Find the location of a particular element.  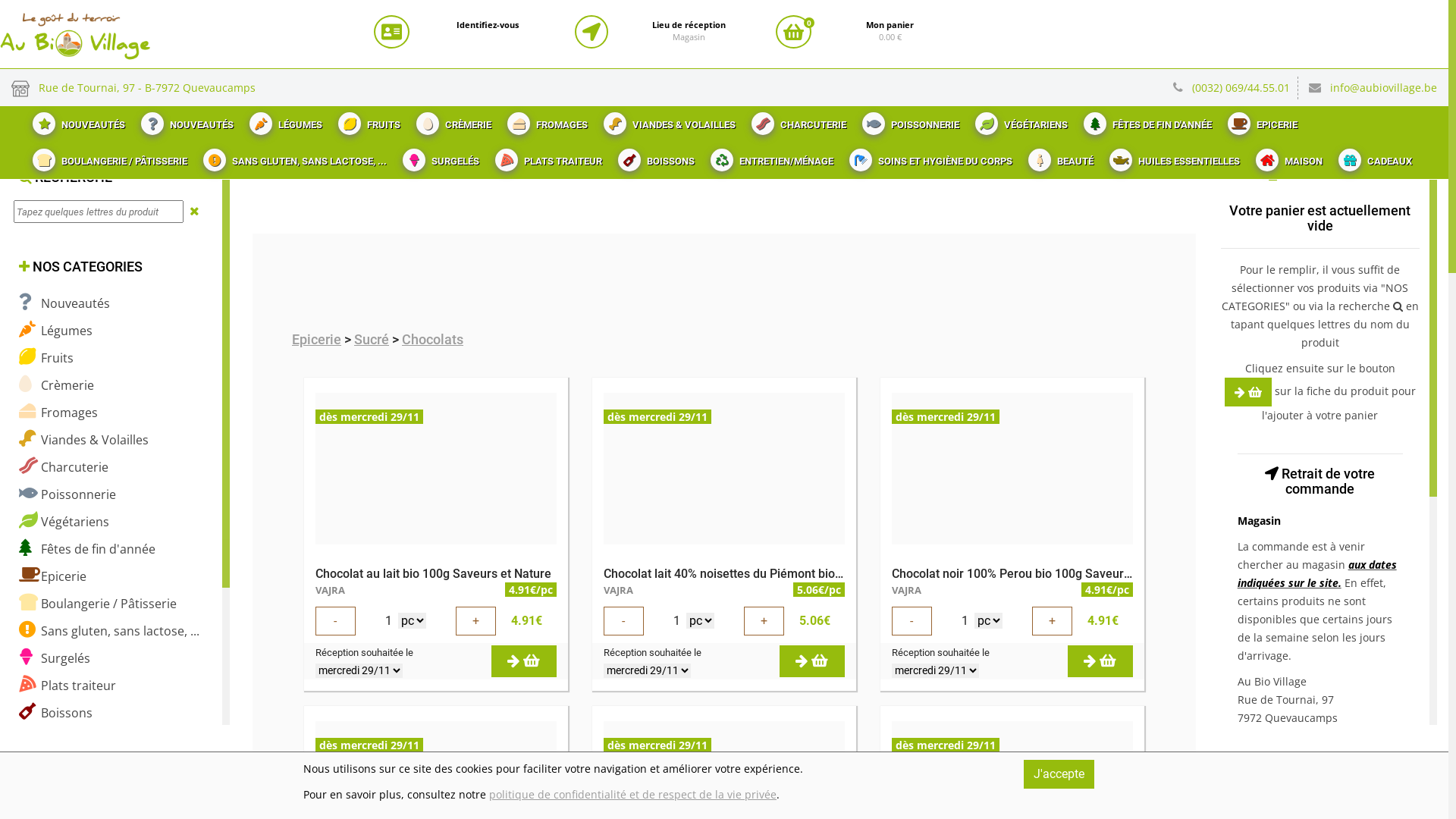

'CADEAUX' is located at coordinates (1373, 157).